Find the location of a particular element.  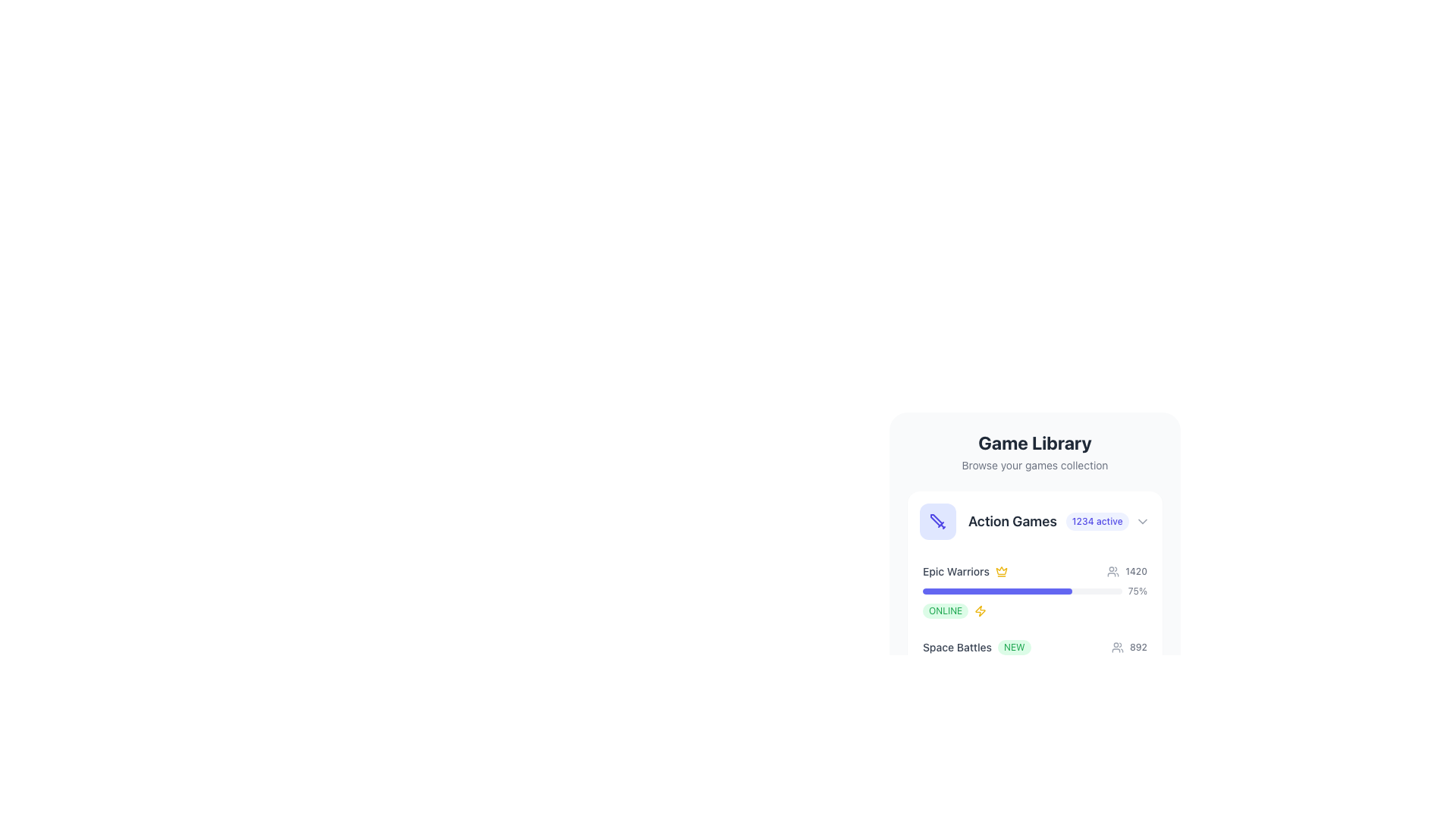

the Progress Bar with Percentage Label for the game 'Epic Warriors' in the Action Games panel is located at coordinates (1034, 590).